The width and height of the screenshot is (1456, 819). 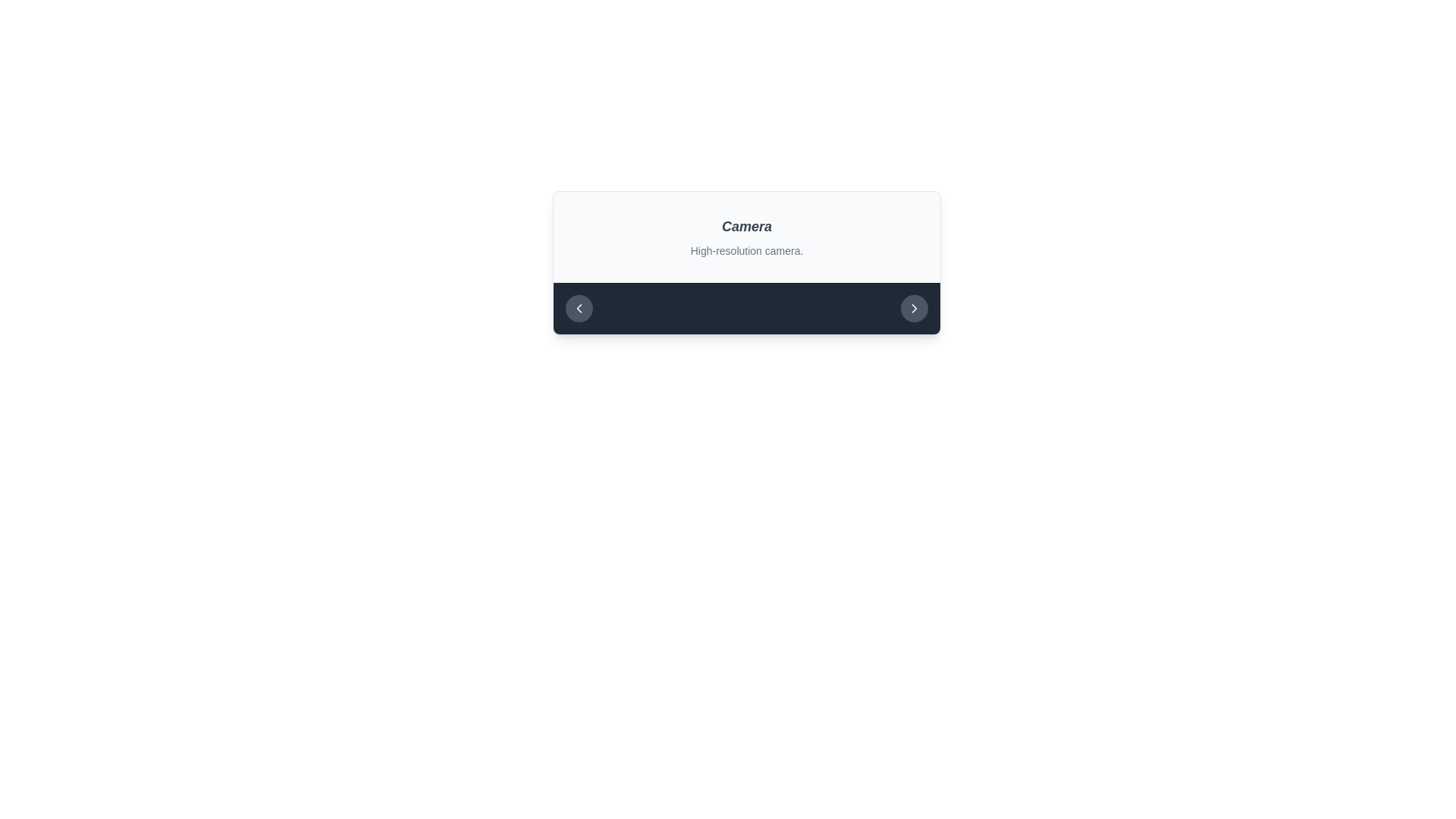 What do you see at coordinates (746, 227) in the screenshot?
I see `the title text label located at the top center of the rectangular white card, which summarizes the section's theme, above the text 'High-resolution camera.'` at bounding box center [746, 227].